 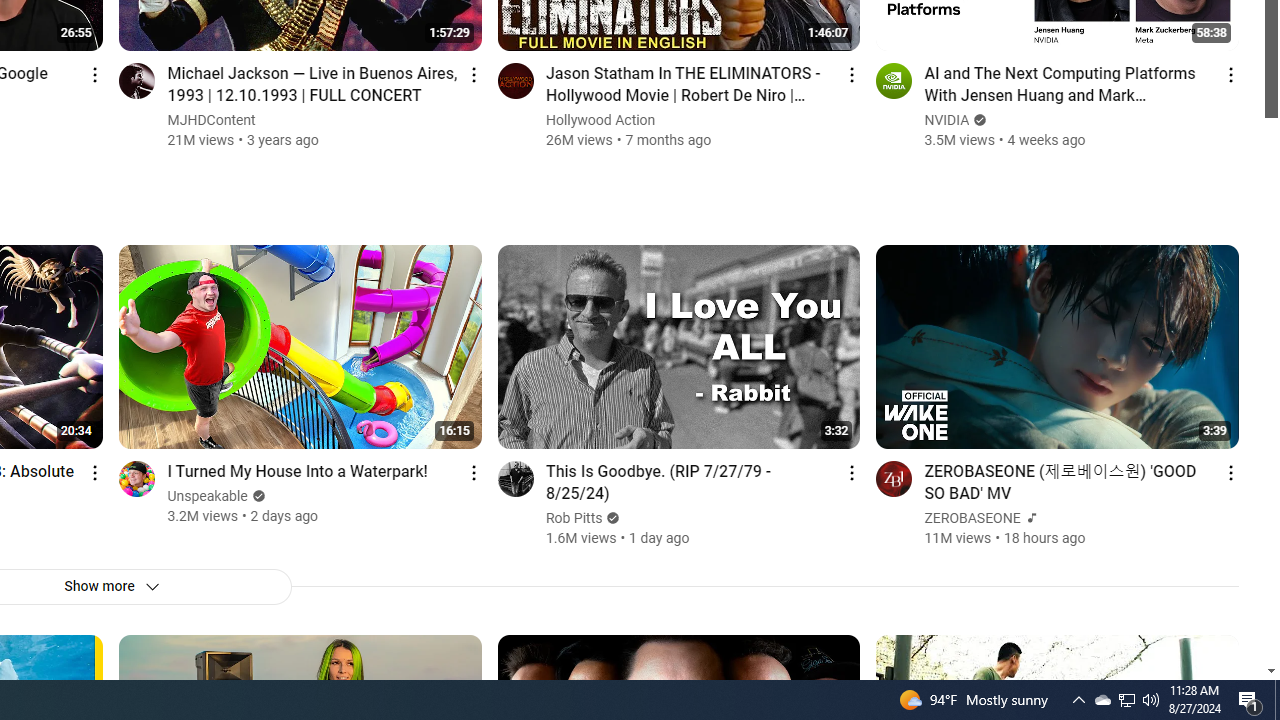 I want to click on 'Go to channel', so click(x=893, y=478).